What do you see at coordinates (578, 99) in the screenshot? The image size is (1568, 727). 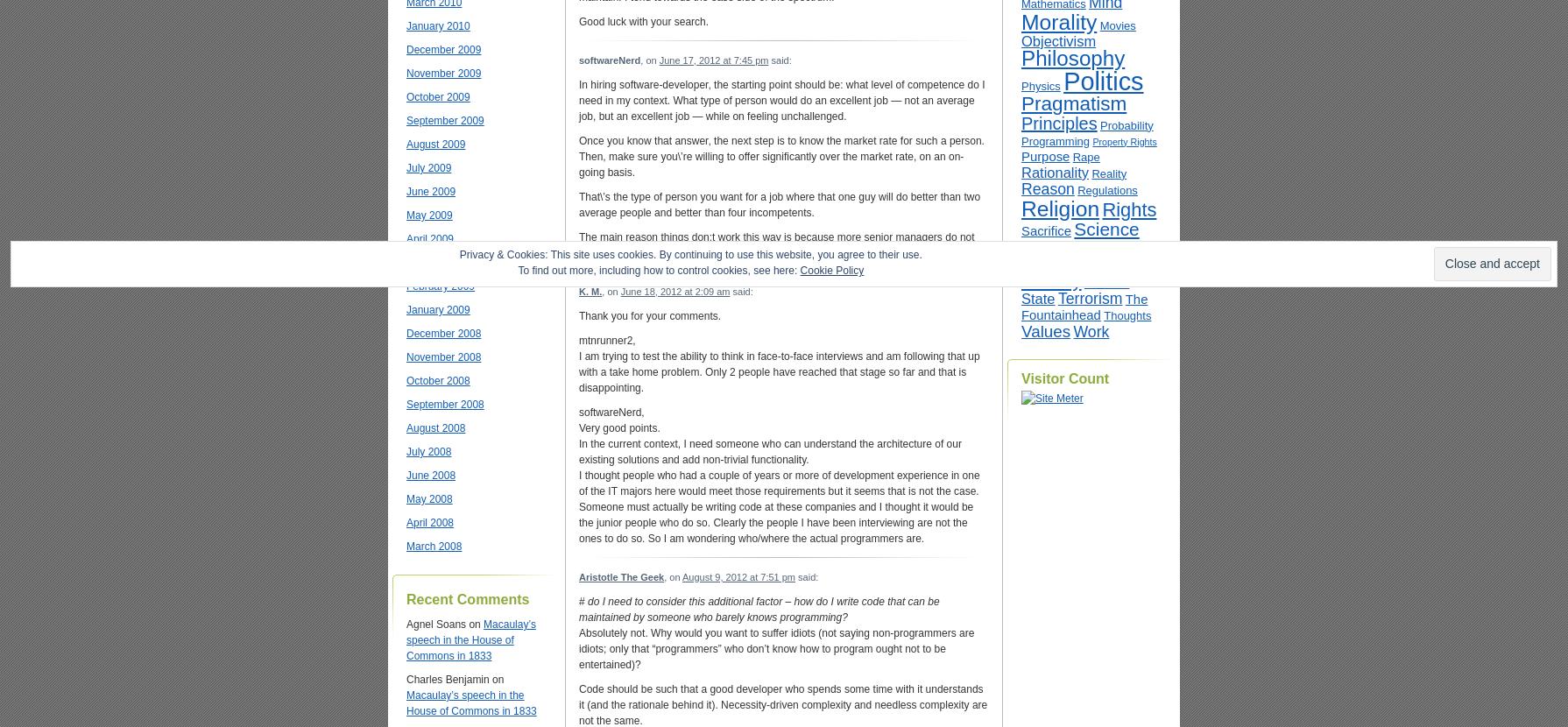 I see `'In hiring software-developer, the starting point should be: what level of competence do I need in my context. What type of person would do an excellent job — not an average job, but an excellent job — while on feeling unchallenged.'` at bounding box center [578, 99].